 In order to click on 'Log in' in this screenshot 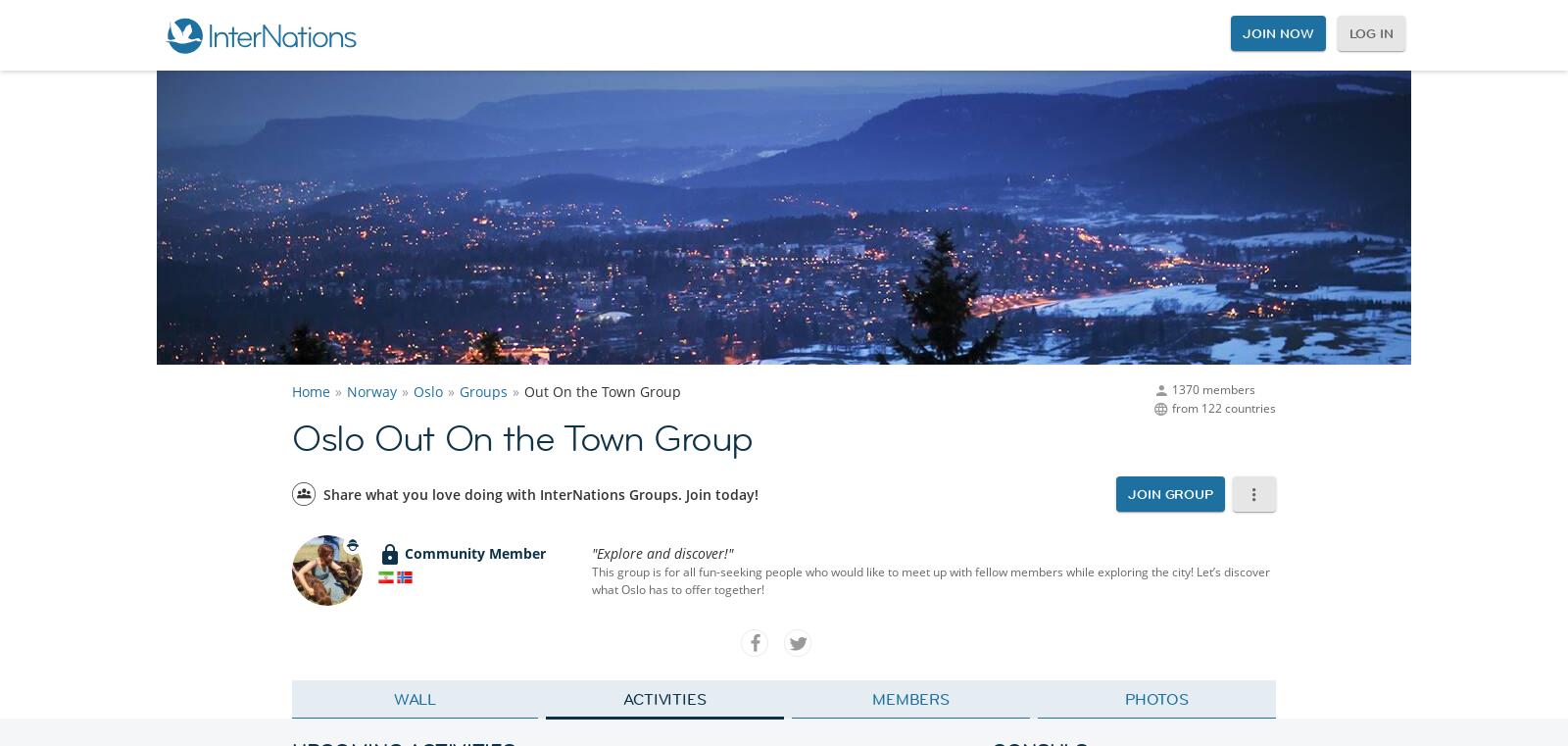, I will do `click(1370, 32)`.